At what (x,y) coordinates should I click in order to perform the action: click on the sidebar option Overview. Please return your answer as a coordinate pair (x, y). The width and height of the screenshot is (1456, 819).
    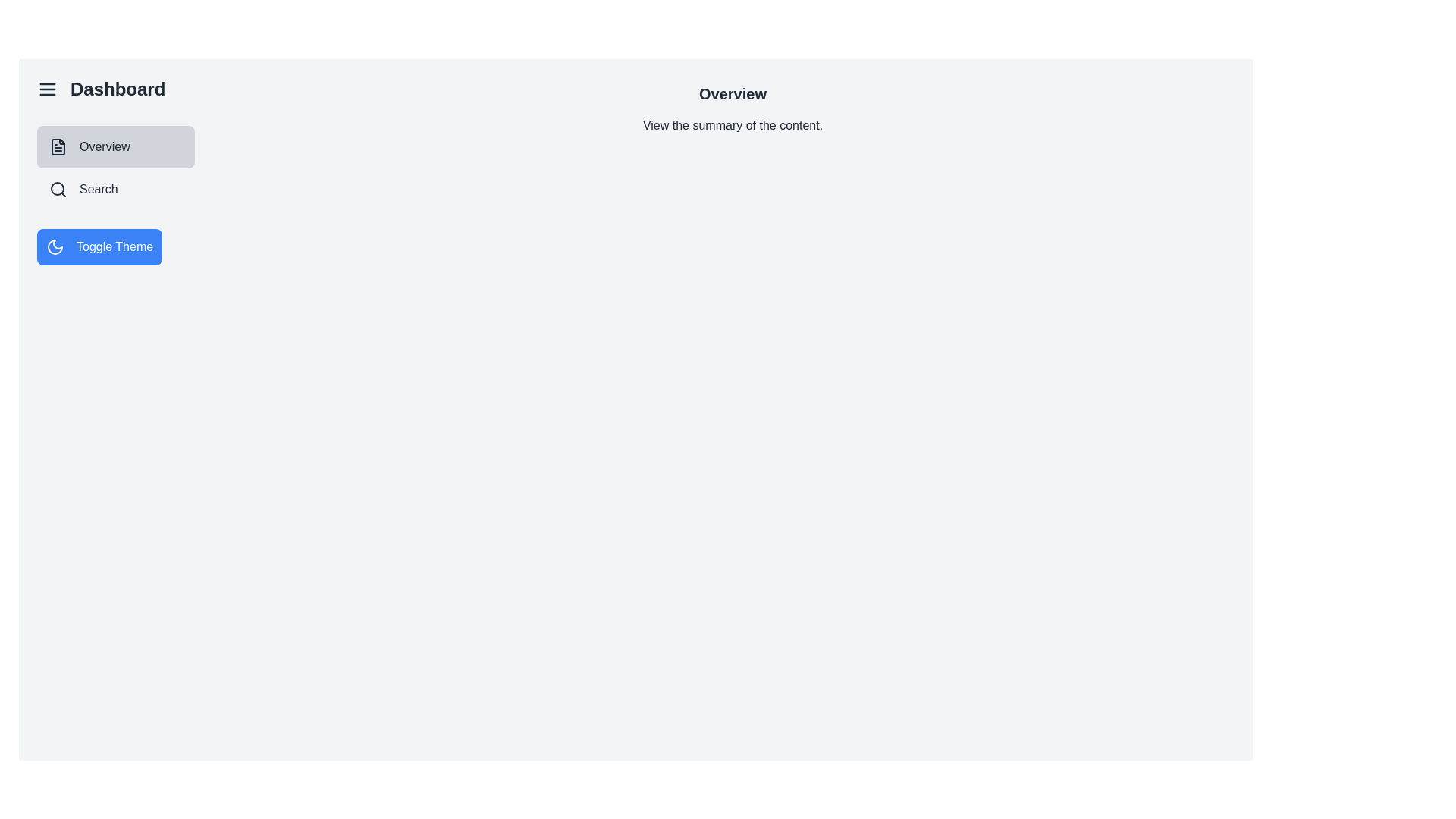
    Looking at the image, I should click on (115, 146).